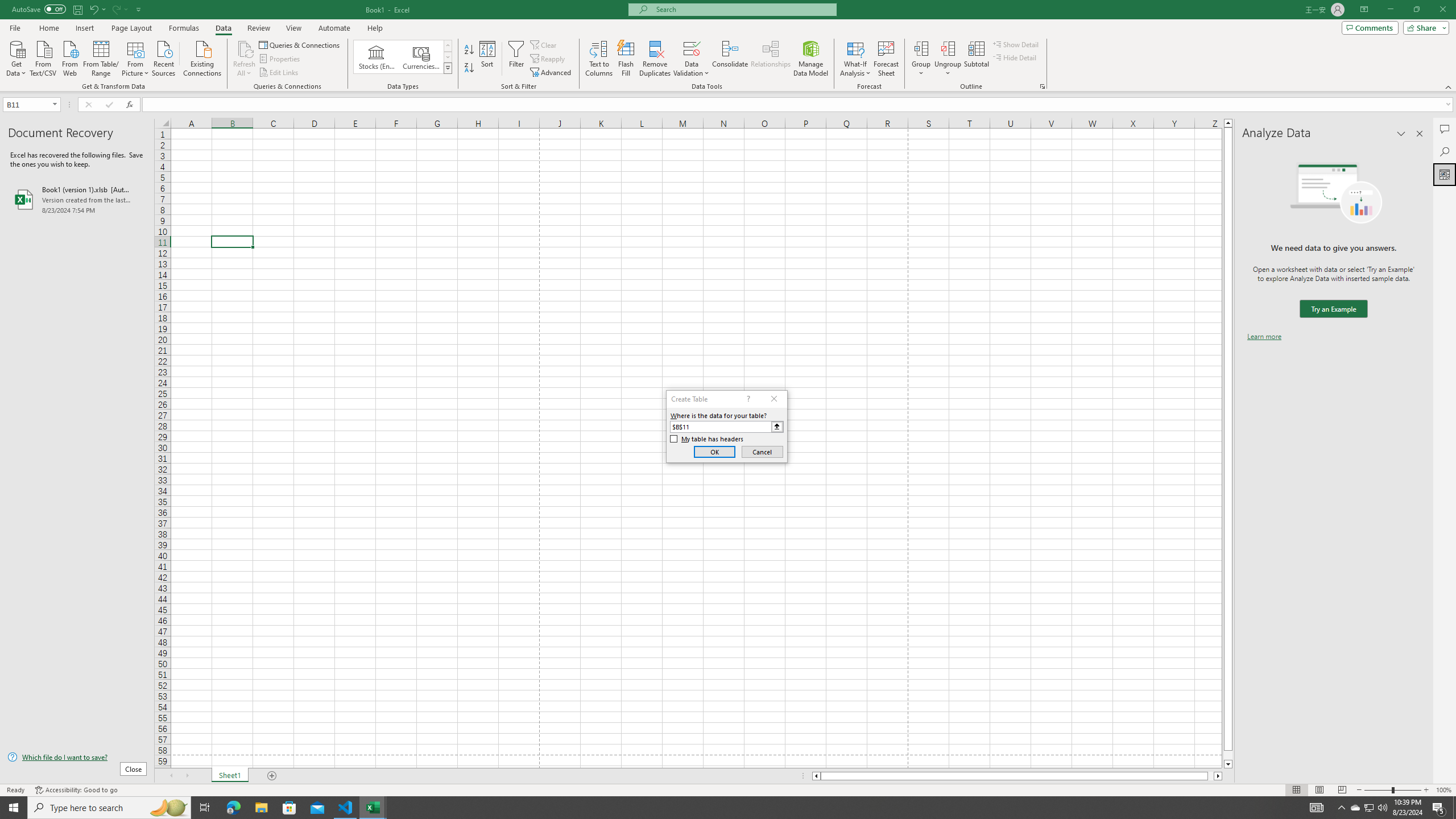 This screenshot has height=819, width=1456. Describe the element at coordinates (1296, 790) in the screenshot. I see `'Normal'` at that location.